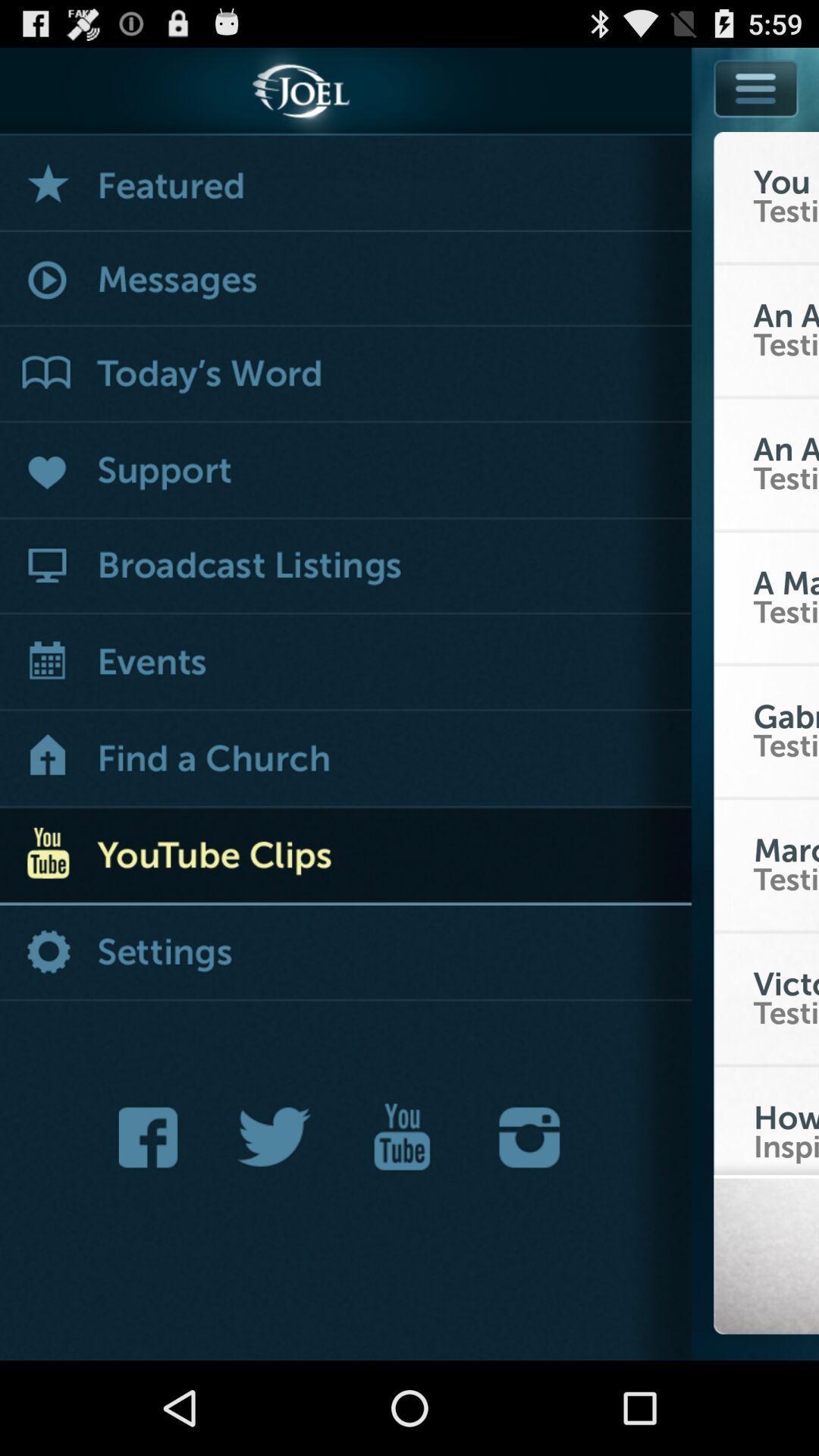 The height and width of the screenshot is (1456, 819). What do you see at coordinates (275, 1137) in the screenshot?
I see `share on twitter` at bounding box center [275, 1137].